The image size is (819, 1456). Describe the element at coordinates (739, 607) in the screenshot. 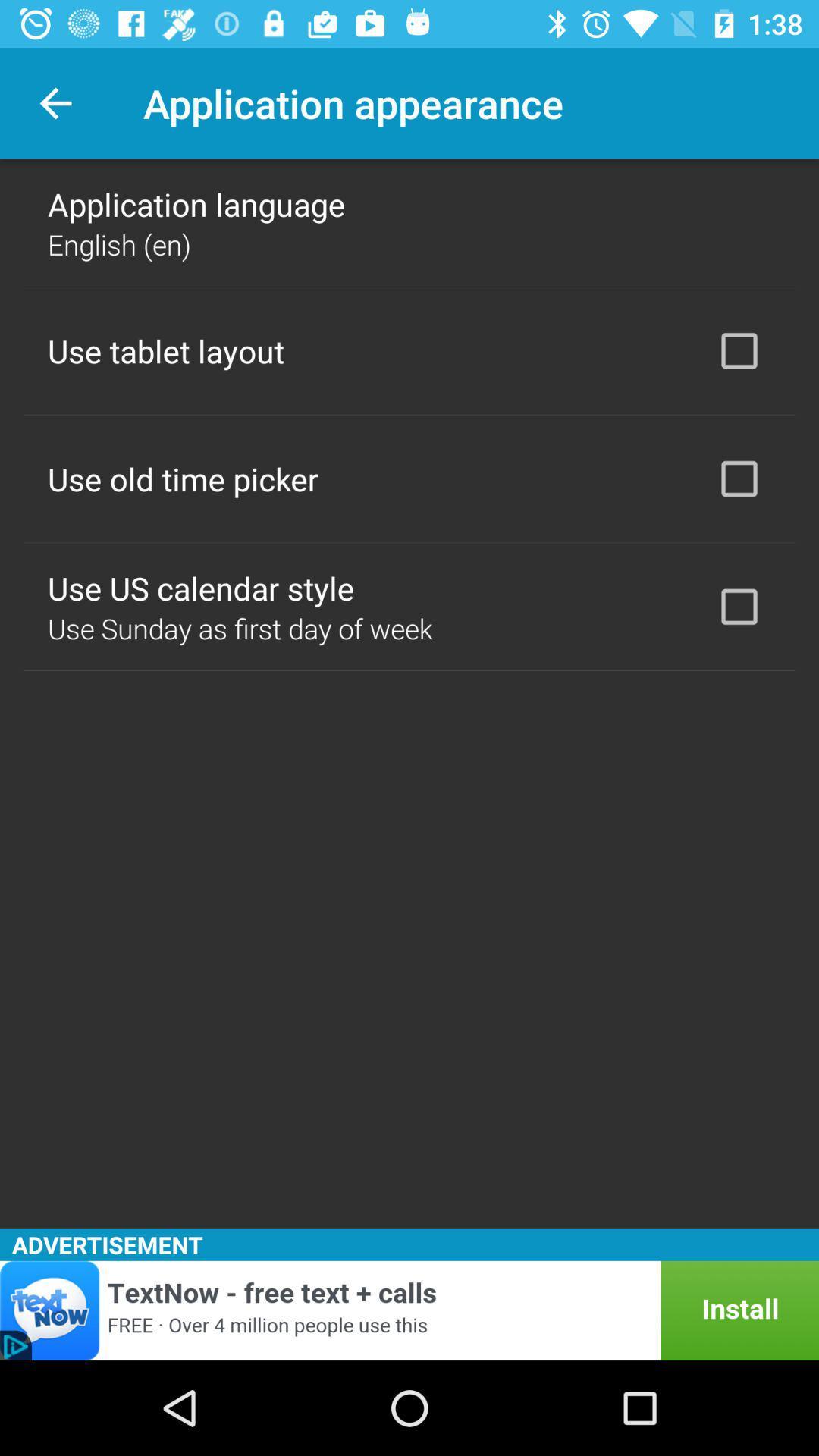

I see `item next to the use us calendar icon` at that location.